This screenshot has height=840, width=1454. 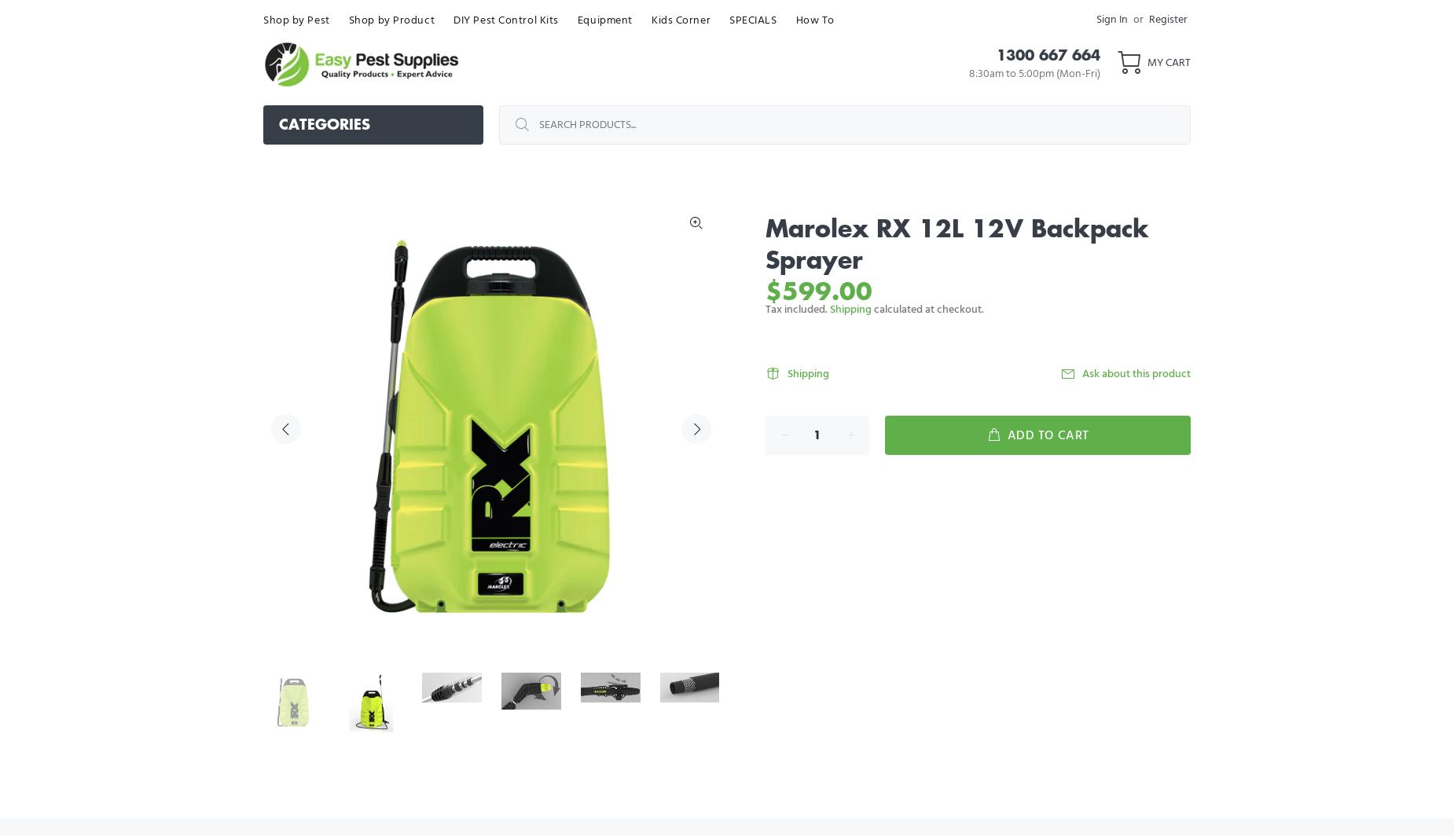 I want to click on 'Register', so click(x=1168, y=19).